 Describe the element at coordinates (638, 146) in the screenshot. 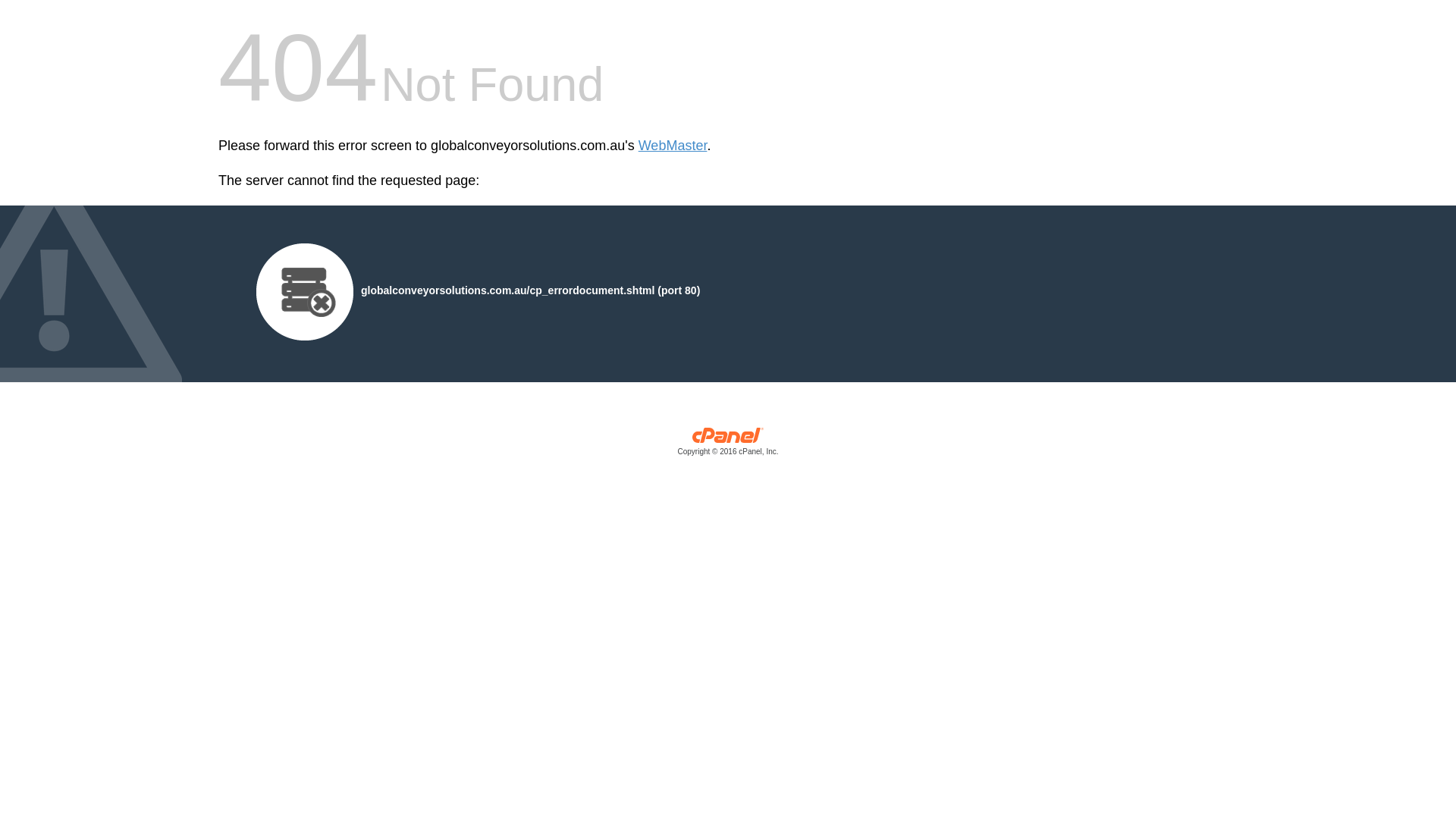

I see `'WebMaster'` at that location.